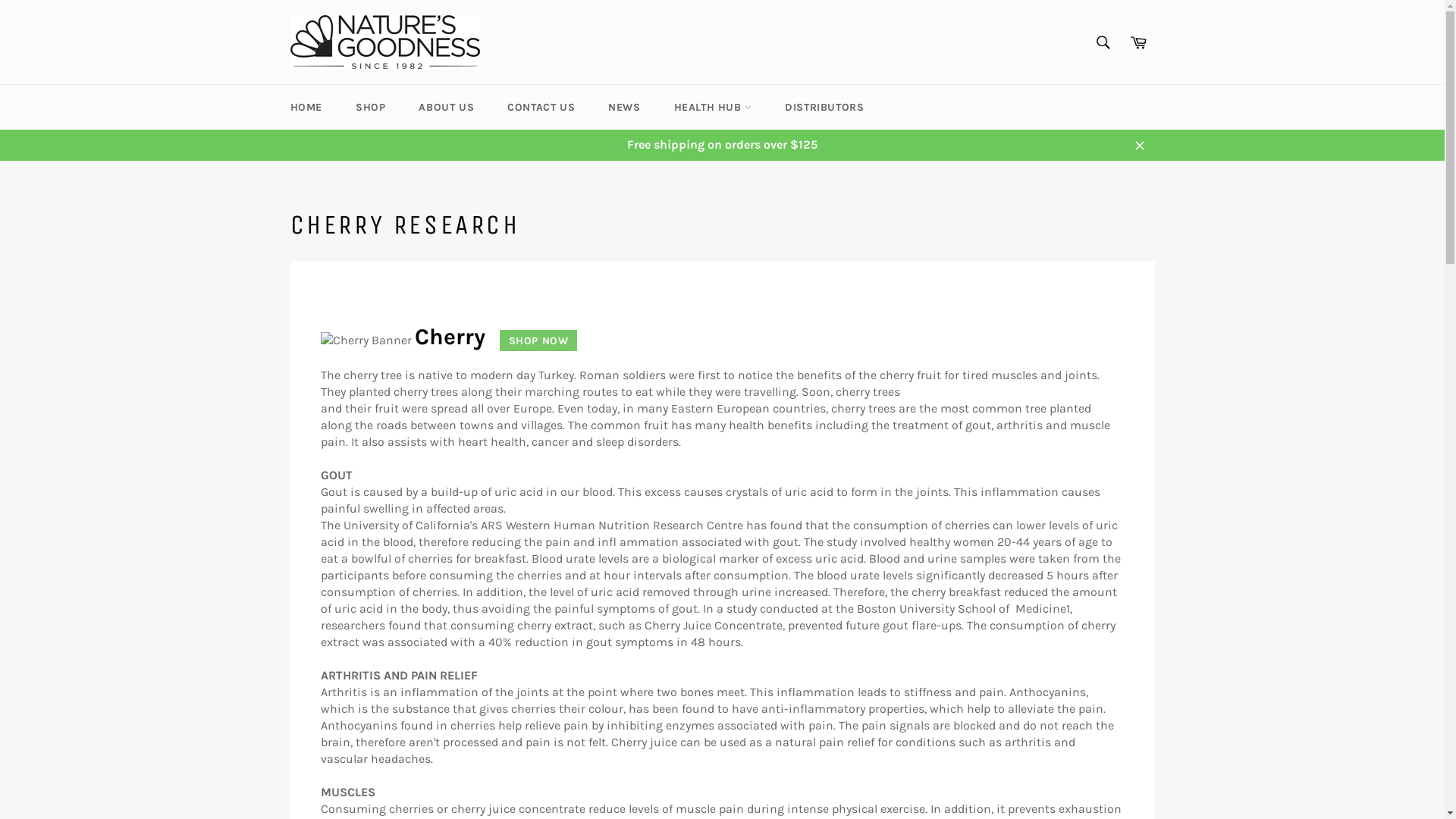 The height and width of the screenshot is (819, 1456). Describe the element at coordinates (823, 106) in the screenshot. I see `'DISTRIBUTORS'` at that location.